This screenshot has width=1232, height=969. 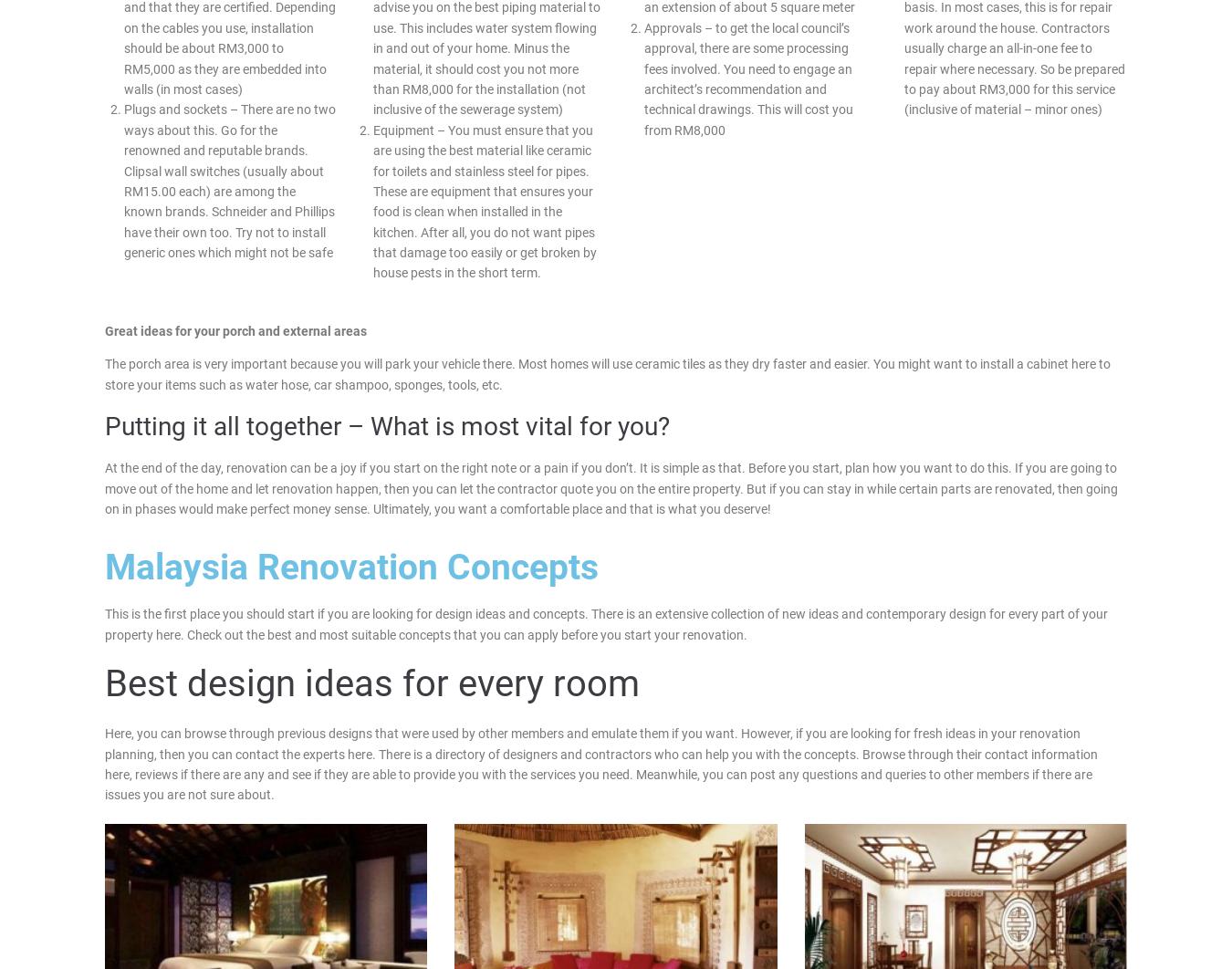 What do you see at coordinates (607, 373) in the screenshot?
I see `'The porch area is very important because you will park your vehicle there. Most homes will use ceramic tiles as they dry faster and easier. You might want to install a cabinet here to store your items such as water hose, car shampoo, sponges, tools, etc.'` at bounding box center [607, 373].